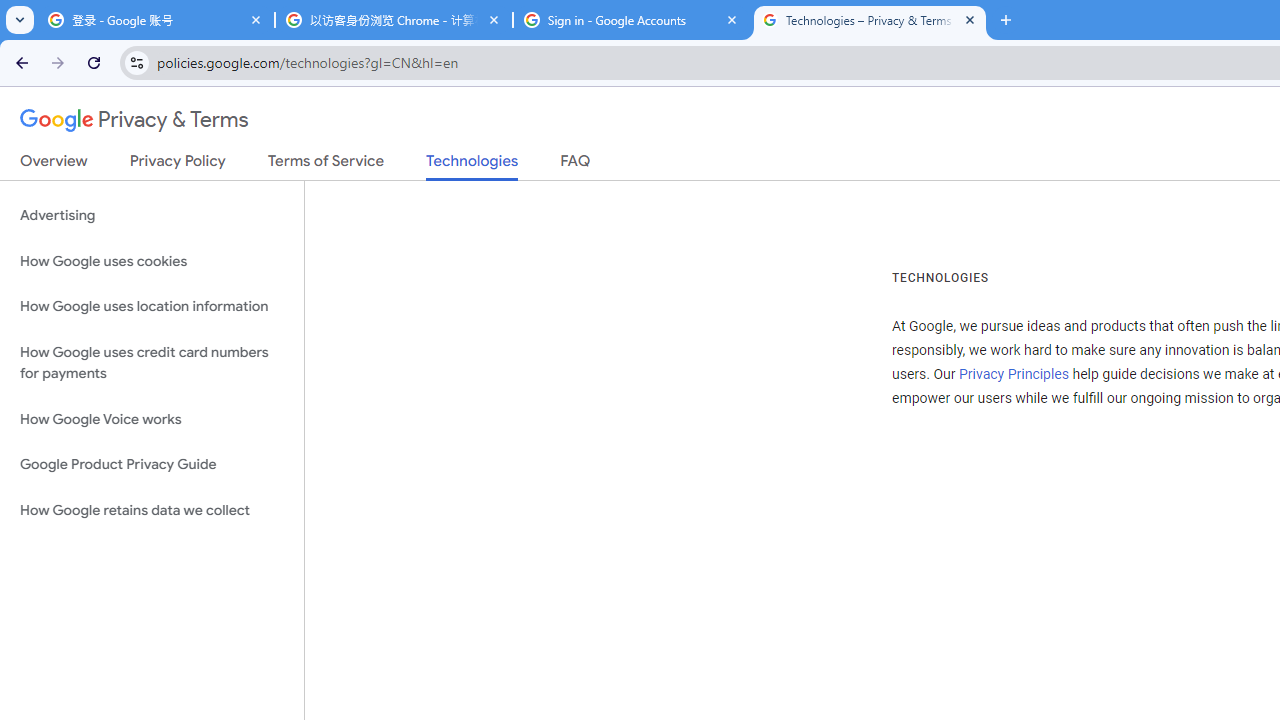 The height and width of the screenshot is (720, 1280). What do you see at coordinates (151, 362) in the screenshot?
I see `'How Google uses credit card numbers for payments'` at bounding box center [151, 362].